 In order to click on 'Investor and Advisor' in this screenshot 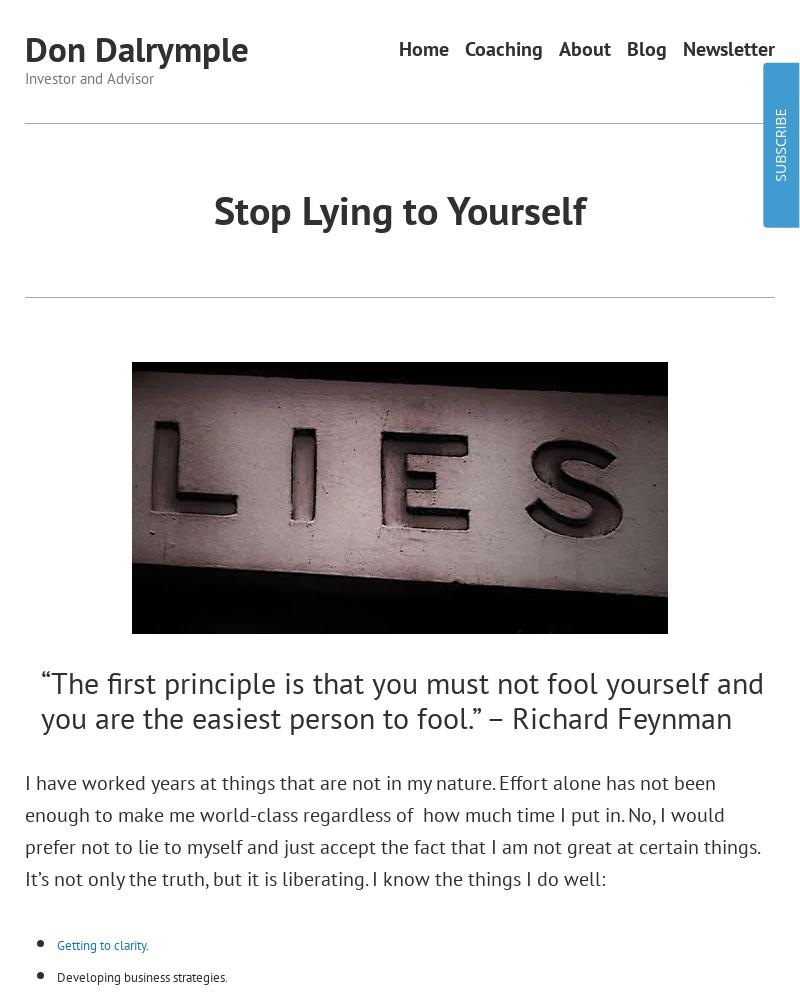, I will do `click(89, 76)`.